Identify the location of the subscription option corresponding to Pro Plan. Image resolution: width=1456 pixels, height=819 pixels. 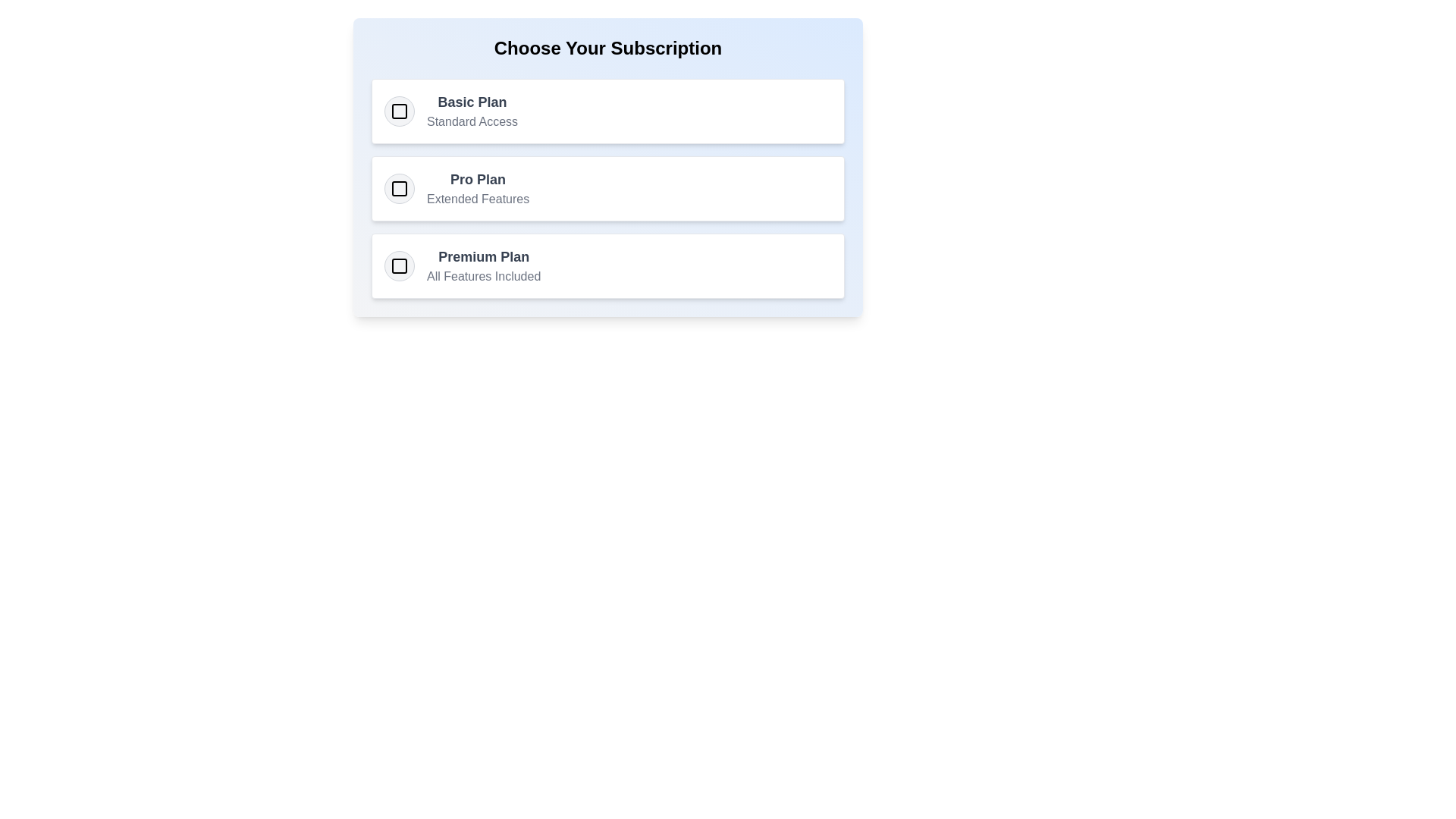
(400, 188).